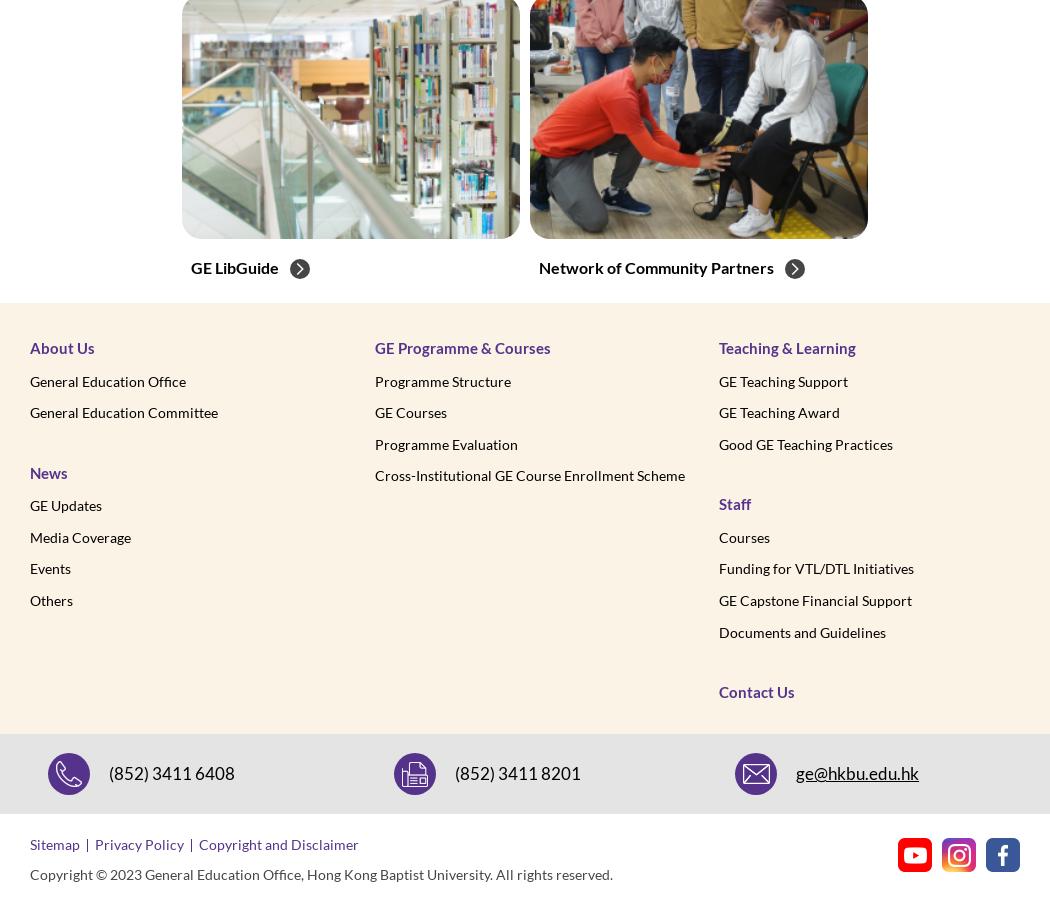  Describe the element at coordinates (48, 472) in the screenshot. I see `'News'` at that location.